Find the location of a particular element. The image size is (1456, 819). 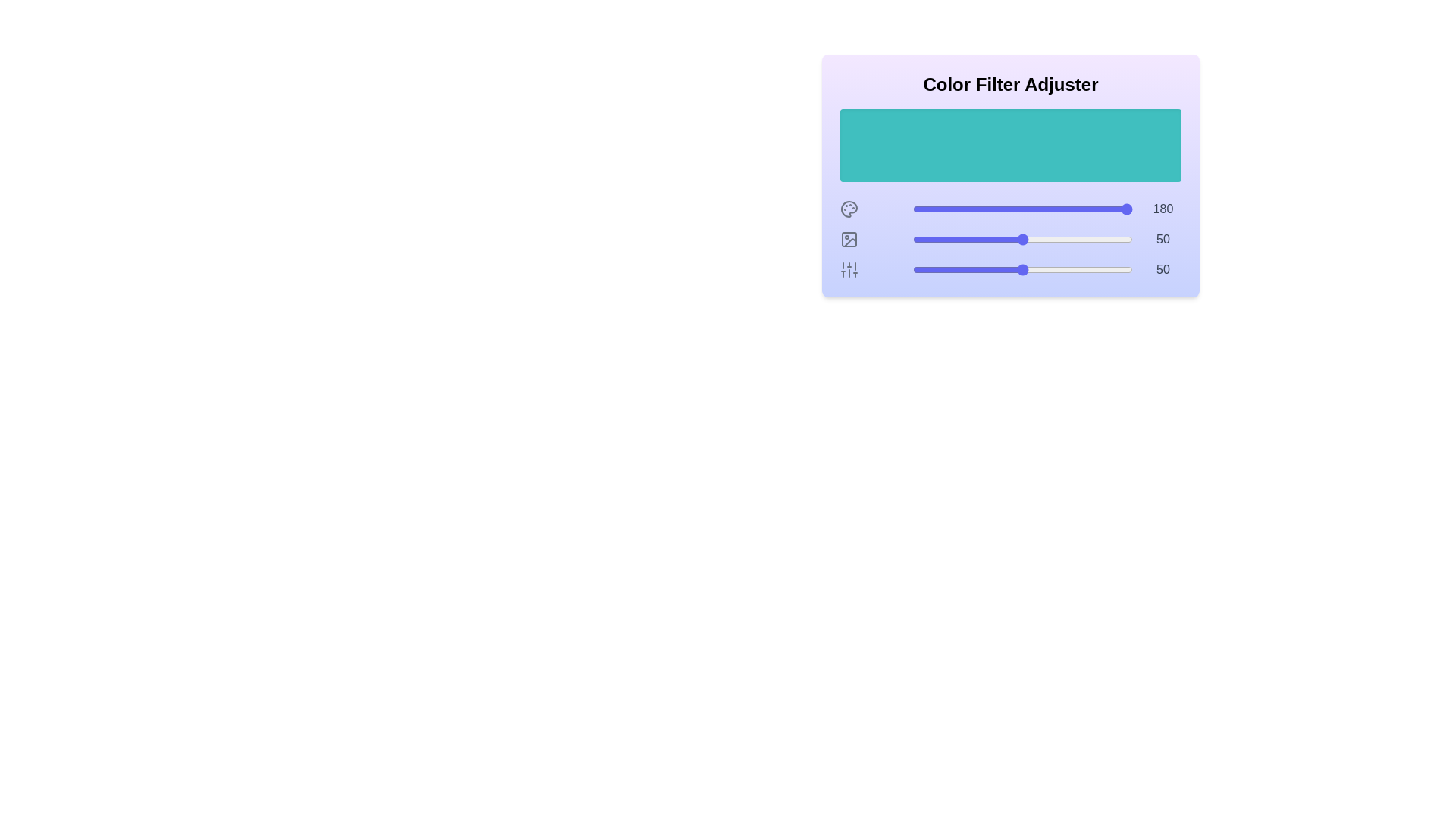

the Hue slider to a value of 16 is located at coordinates (947, 209).